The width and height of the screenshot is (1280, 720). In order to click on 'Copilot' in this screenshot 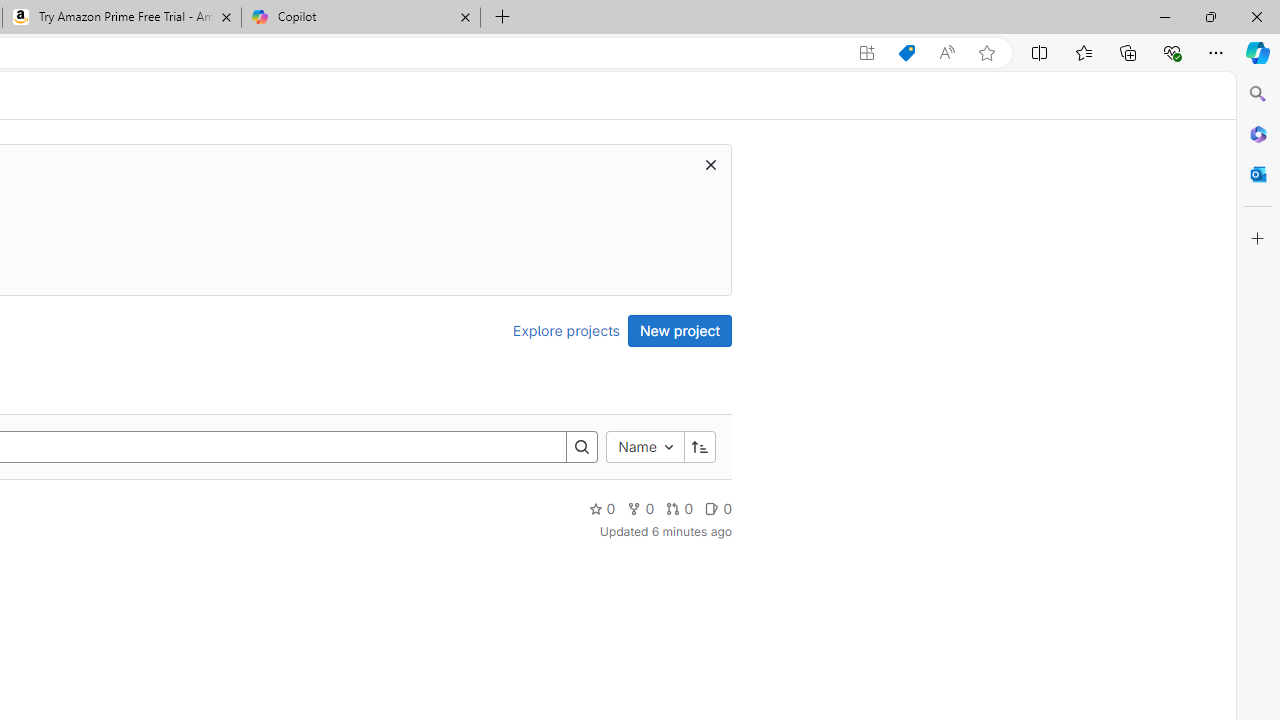, I will do `click(360, 17)`.